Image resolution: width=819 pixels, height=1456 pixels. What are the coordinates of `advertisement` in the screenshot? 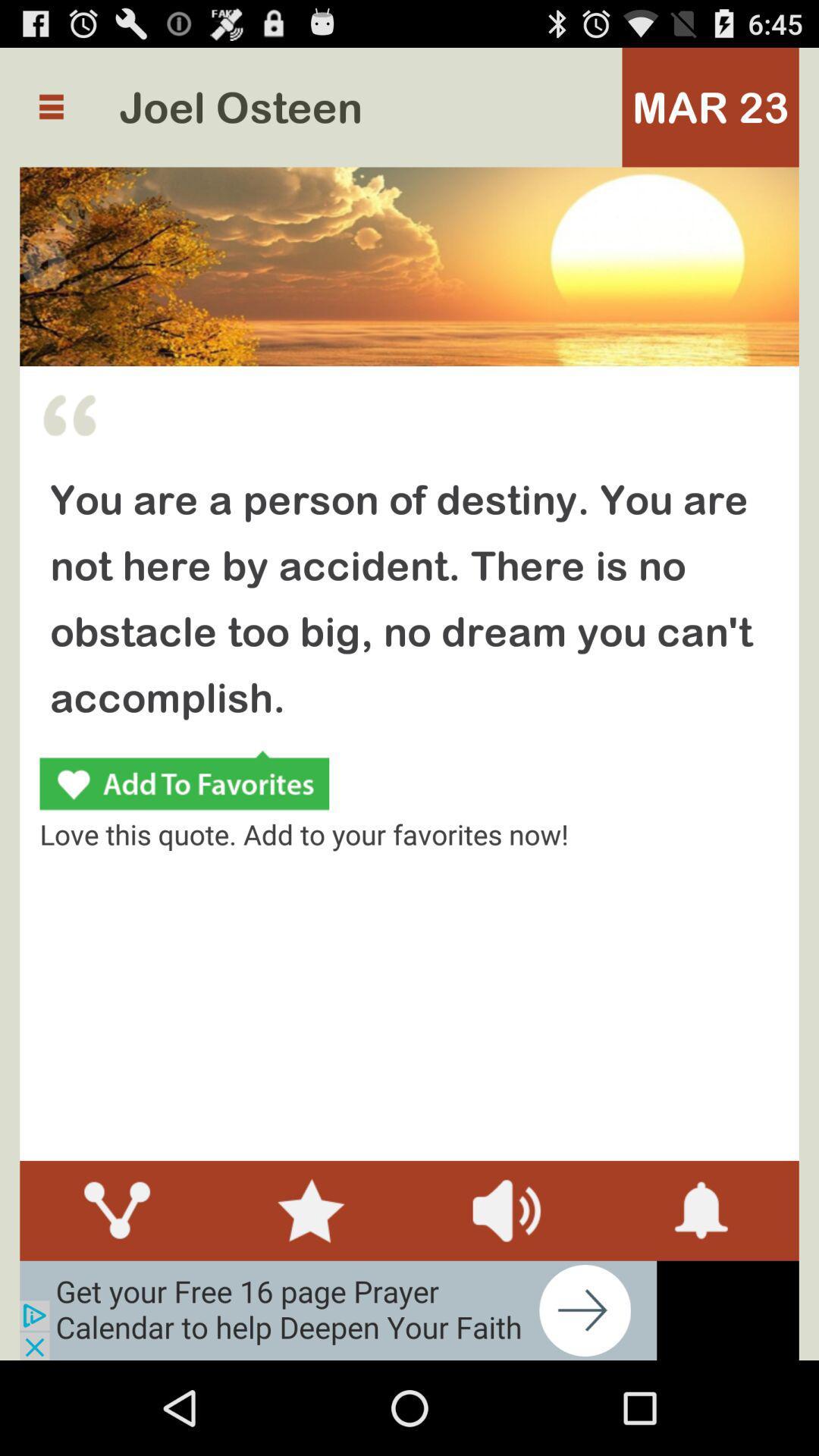 It's located at (337, 1310).